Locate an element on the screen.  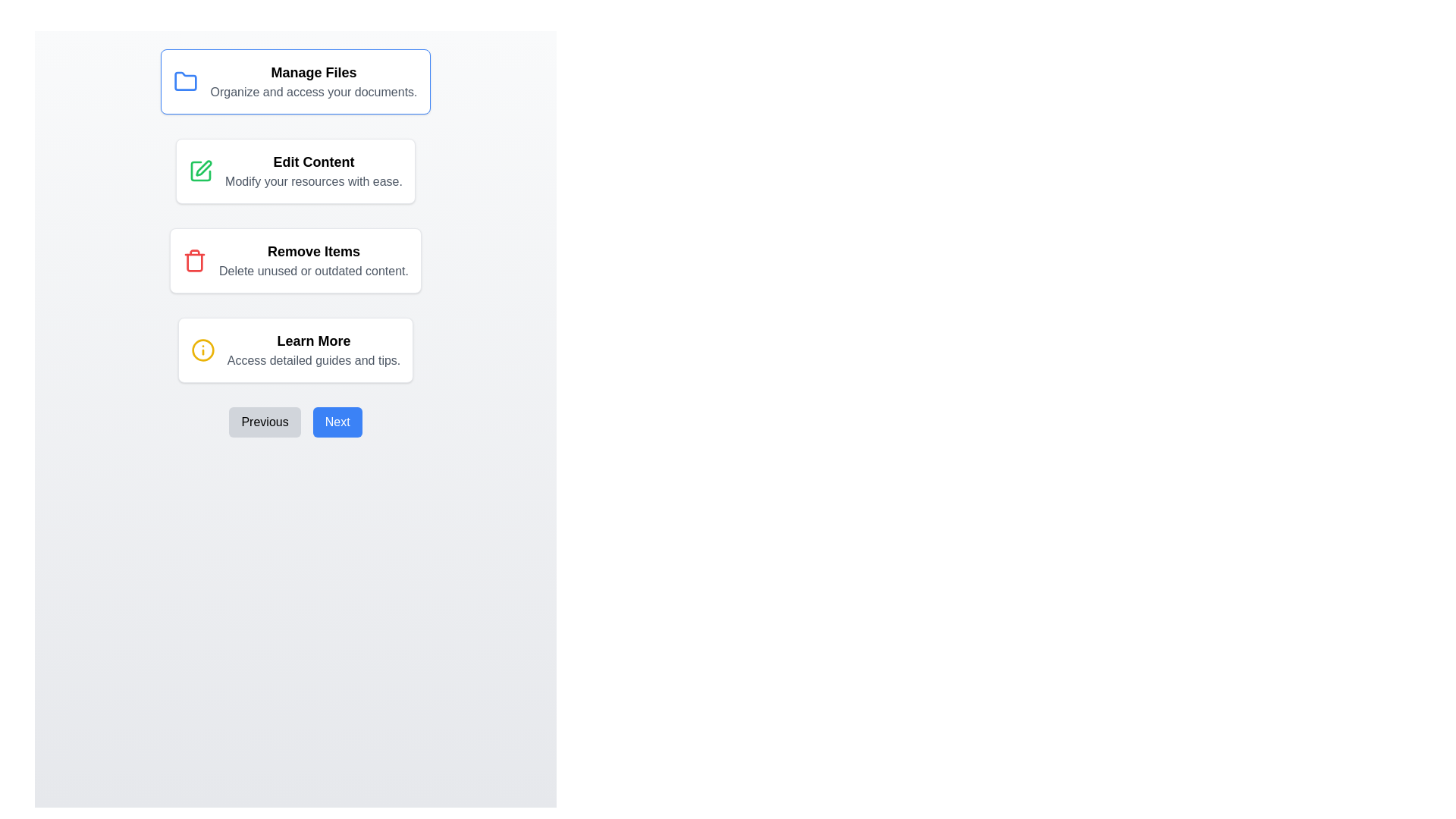
the green pen icon within the 'Edit Content' section, which is part of an SVG graphic is located at coordinates (202, 168).